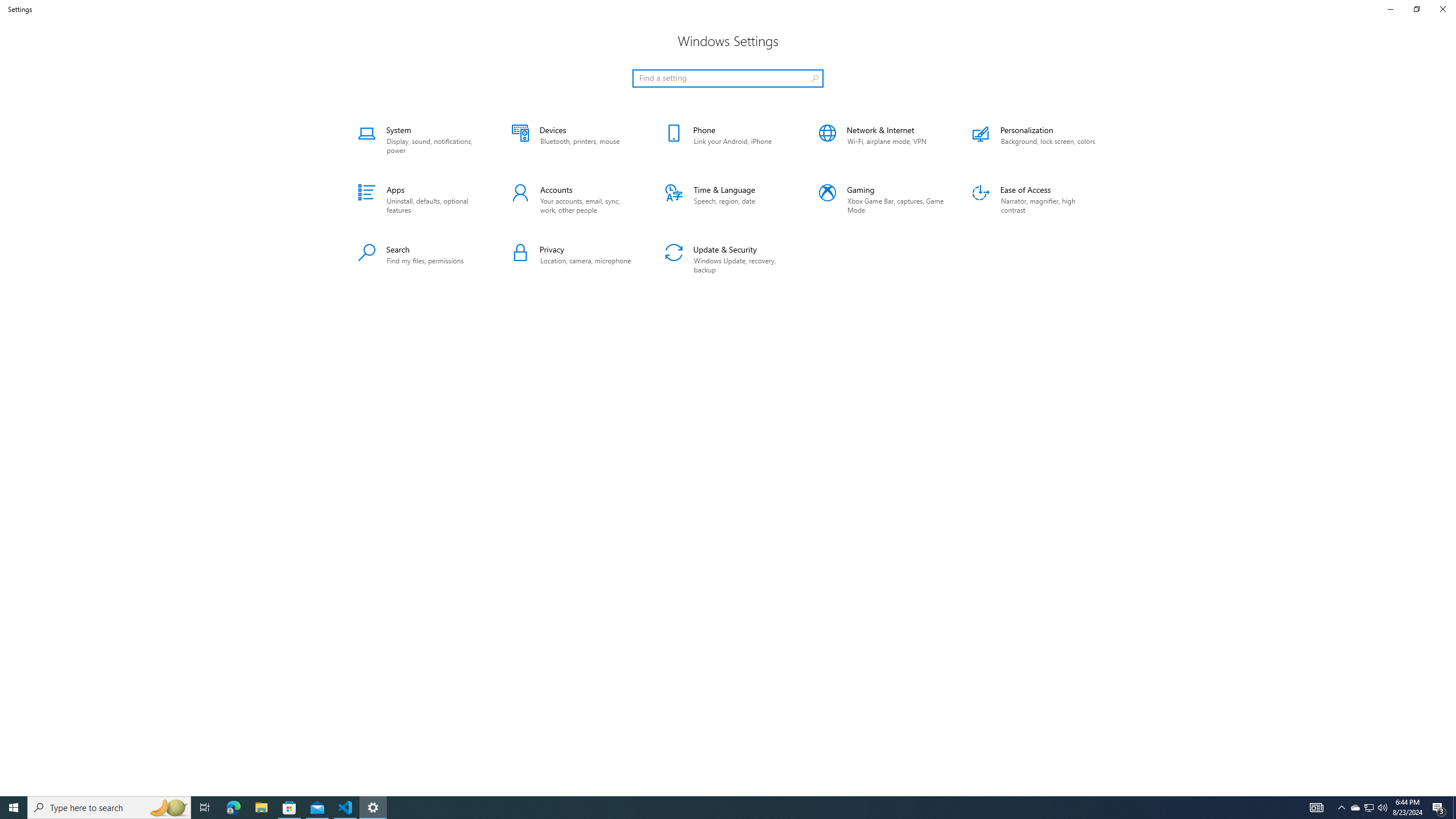 This screenshot has width=1456, height=819. I want to click on 'Close Settings', so click(1442, 9).